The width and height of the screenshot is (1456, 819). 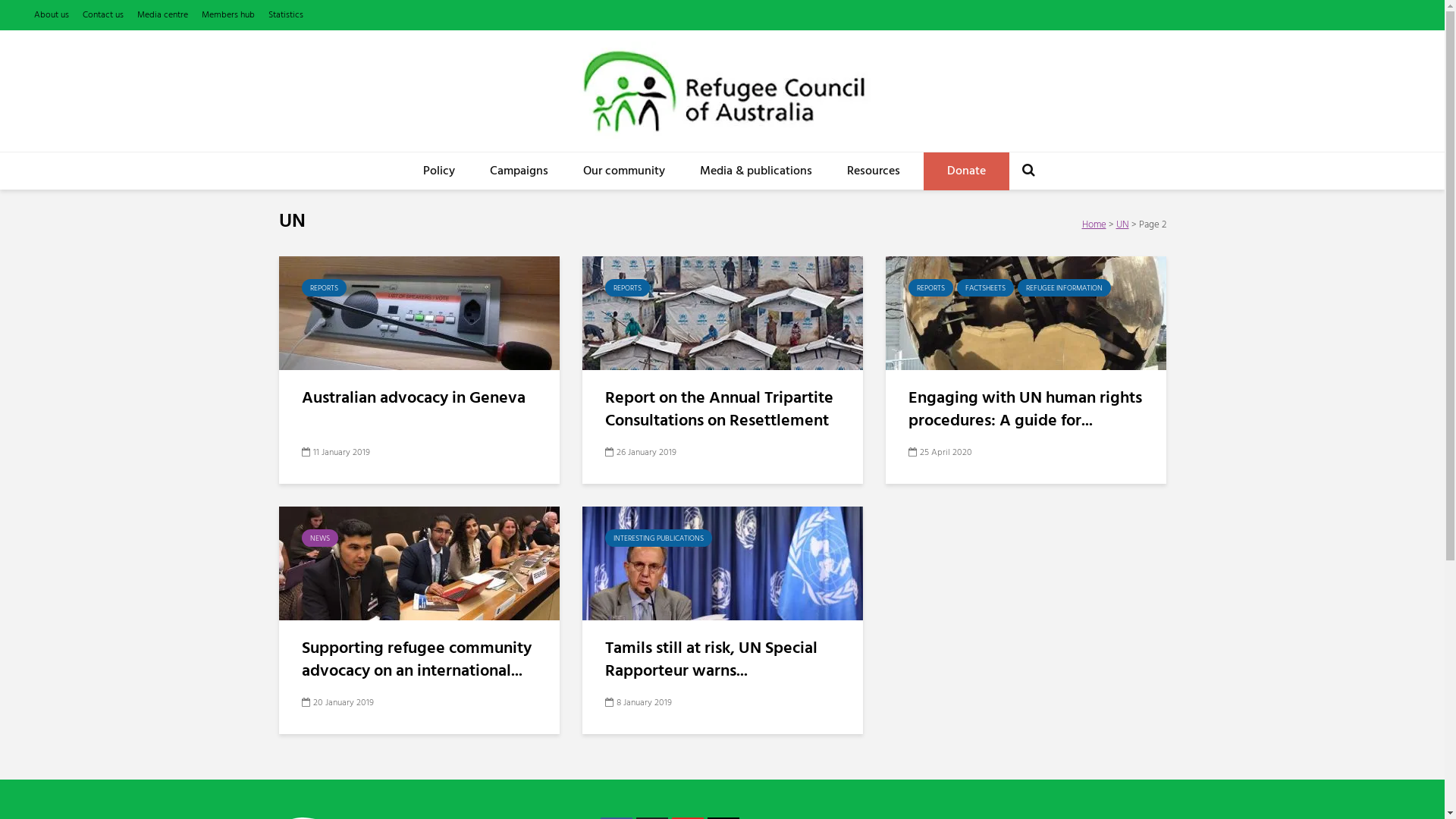 I want to click on 'REPORTS', so click(x=323, y=287).